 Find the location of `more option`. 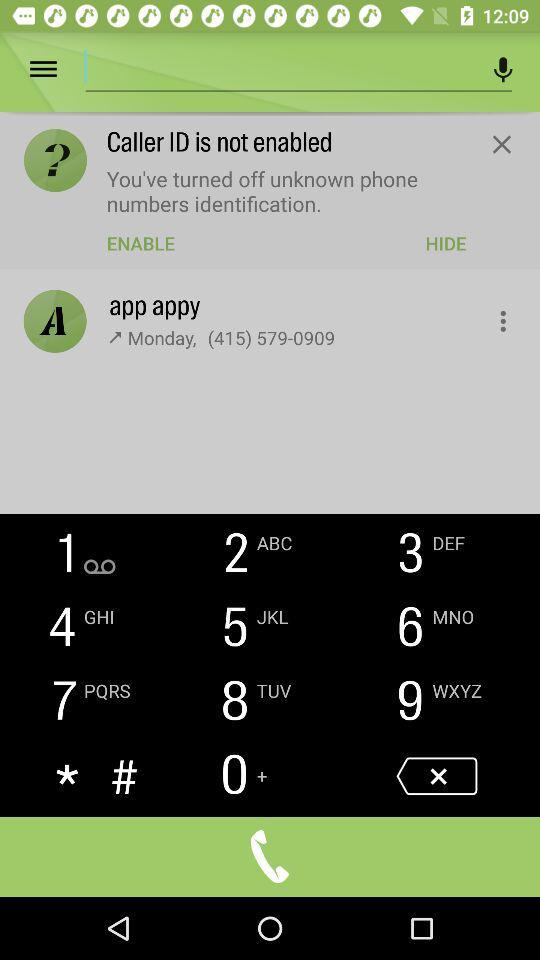

more option is located at coordinates (57, 69).